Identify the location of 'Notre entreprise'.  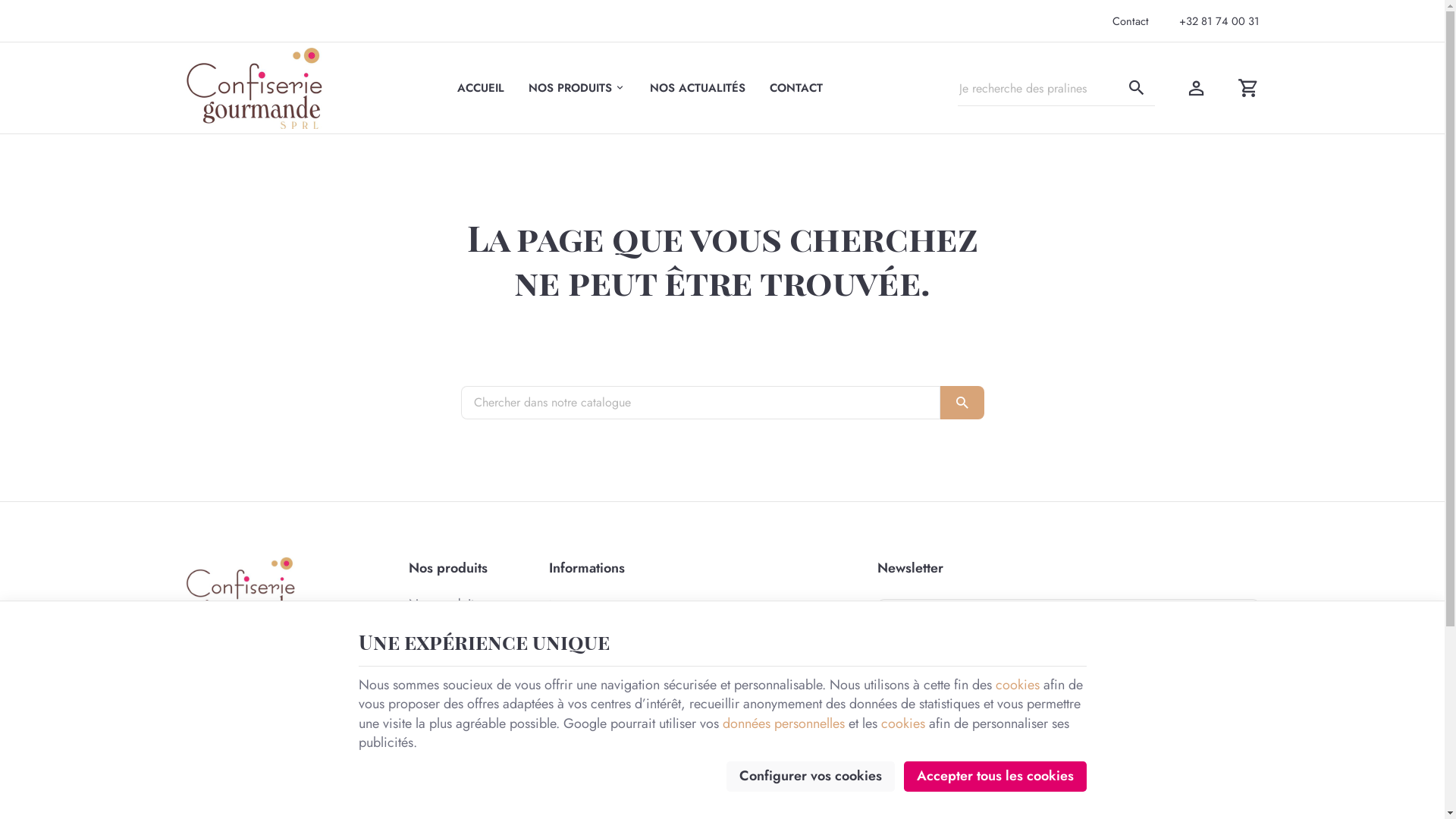
(548, 604).